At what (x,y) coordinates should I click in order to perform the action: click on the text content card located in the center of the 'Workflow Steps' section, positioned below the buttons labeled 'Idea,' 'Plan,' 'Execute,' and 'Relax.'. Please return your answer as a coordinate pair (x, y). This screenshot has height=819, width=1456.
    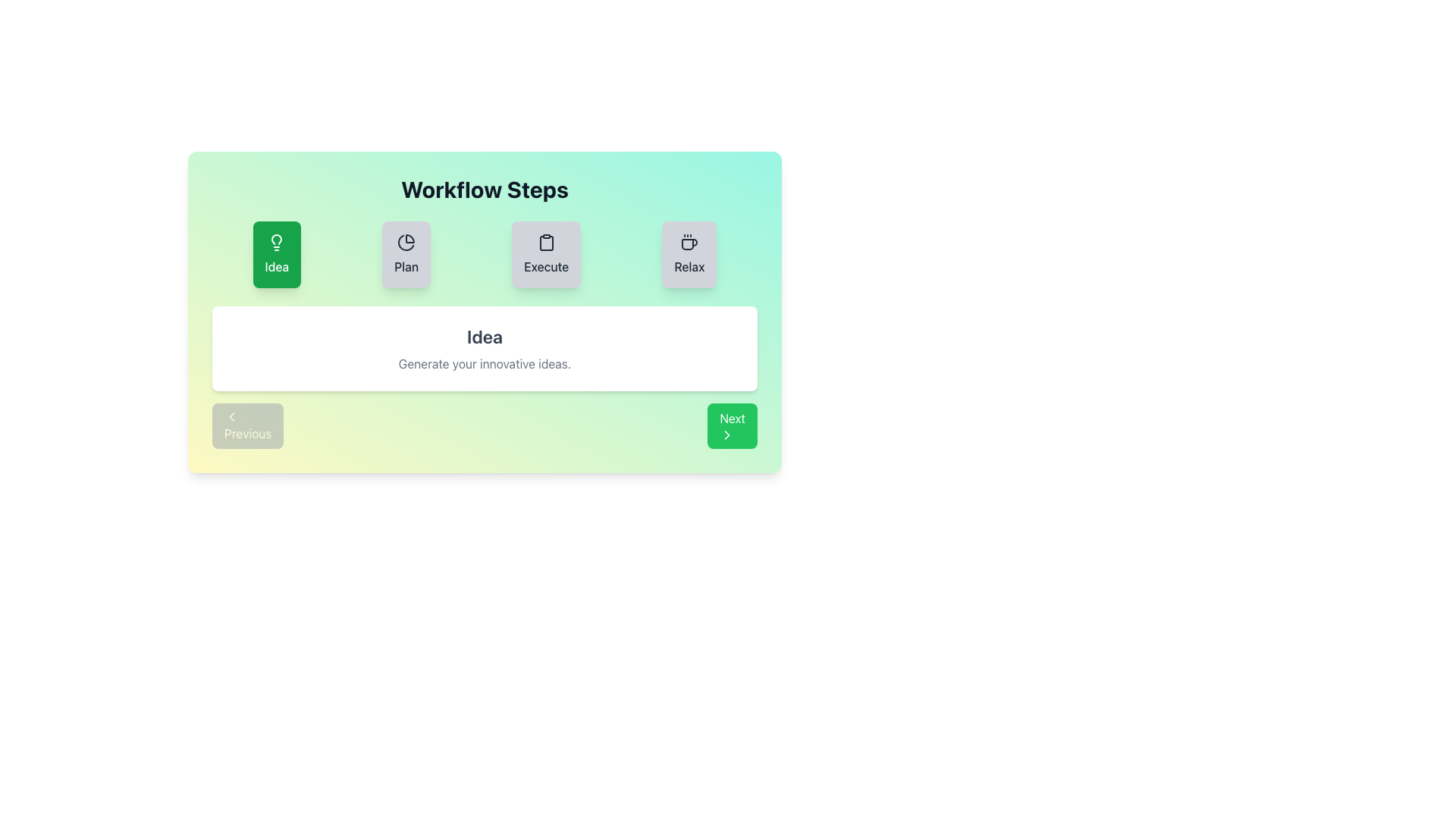
    Looking at the image, I should click on (484, 348).